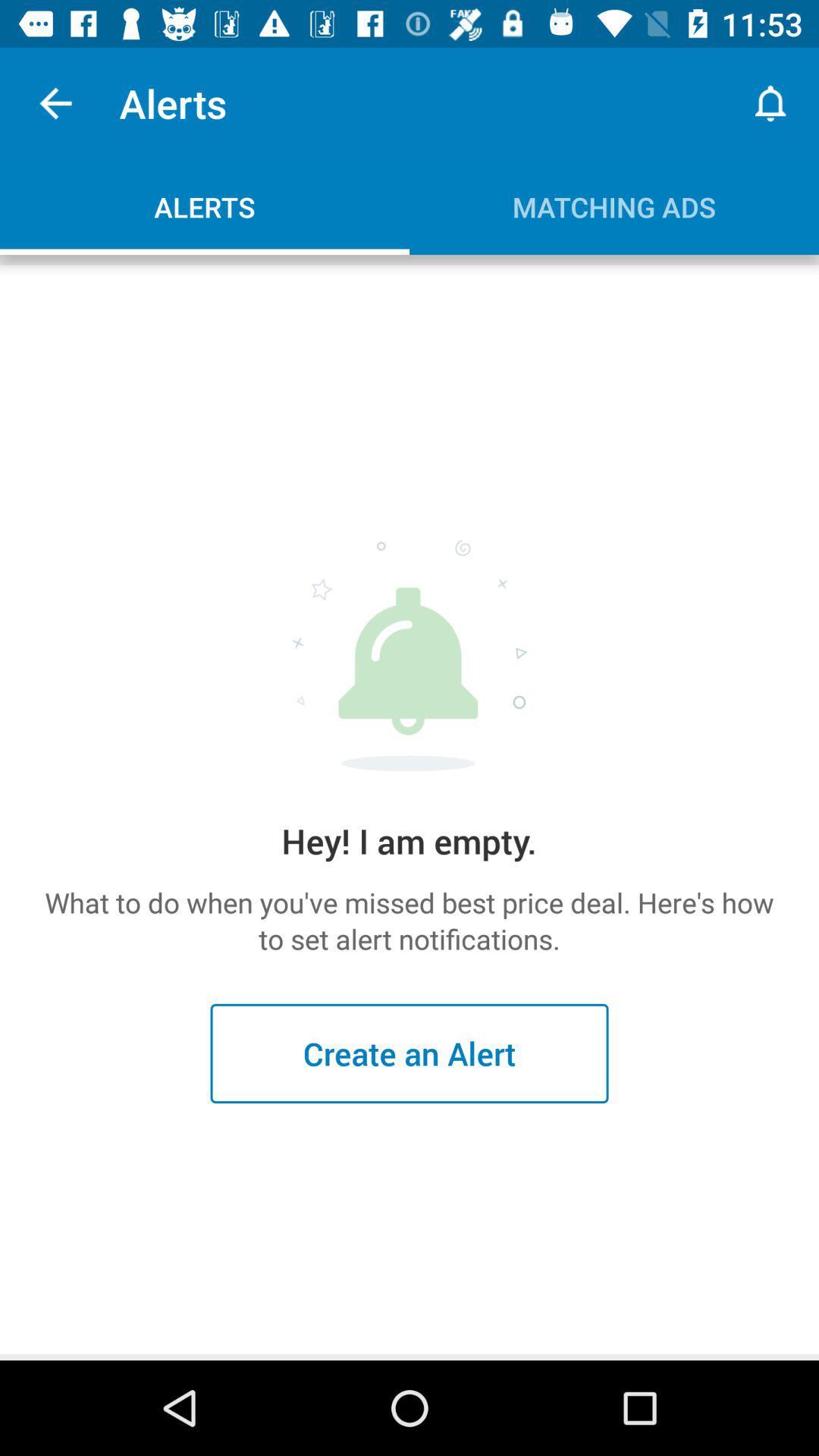 This screenshot has width=819, height=1456. I want to click on the item above alerts item, so click(55, 102).